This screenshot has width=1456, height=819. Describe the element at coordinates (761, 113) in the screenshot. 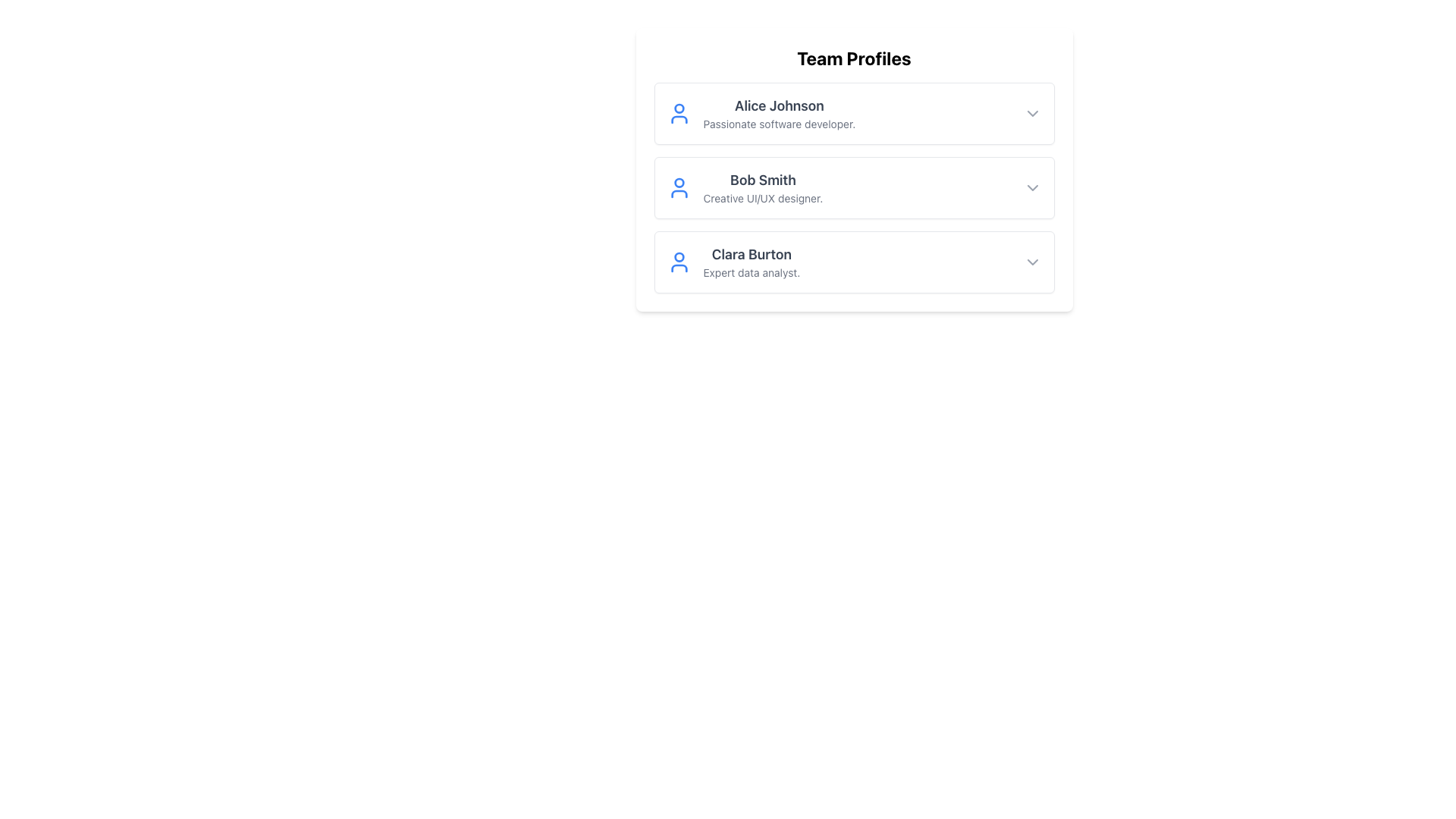

I see `the Profile Card representing 'Alice Johnson', which includes a blue user silhouette icon and descriptive text about her as the first item in the 'Team Profiles' section` at that location.